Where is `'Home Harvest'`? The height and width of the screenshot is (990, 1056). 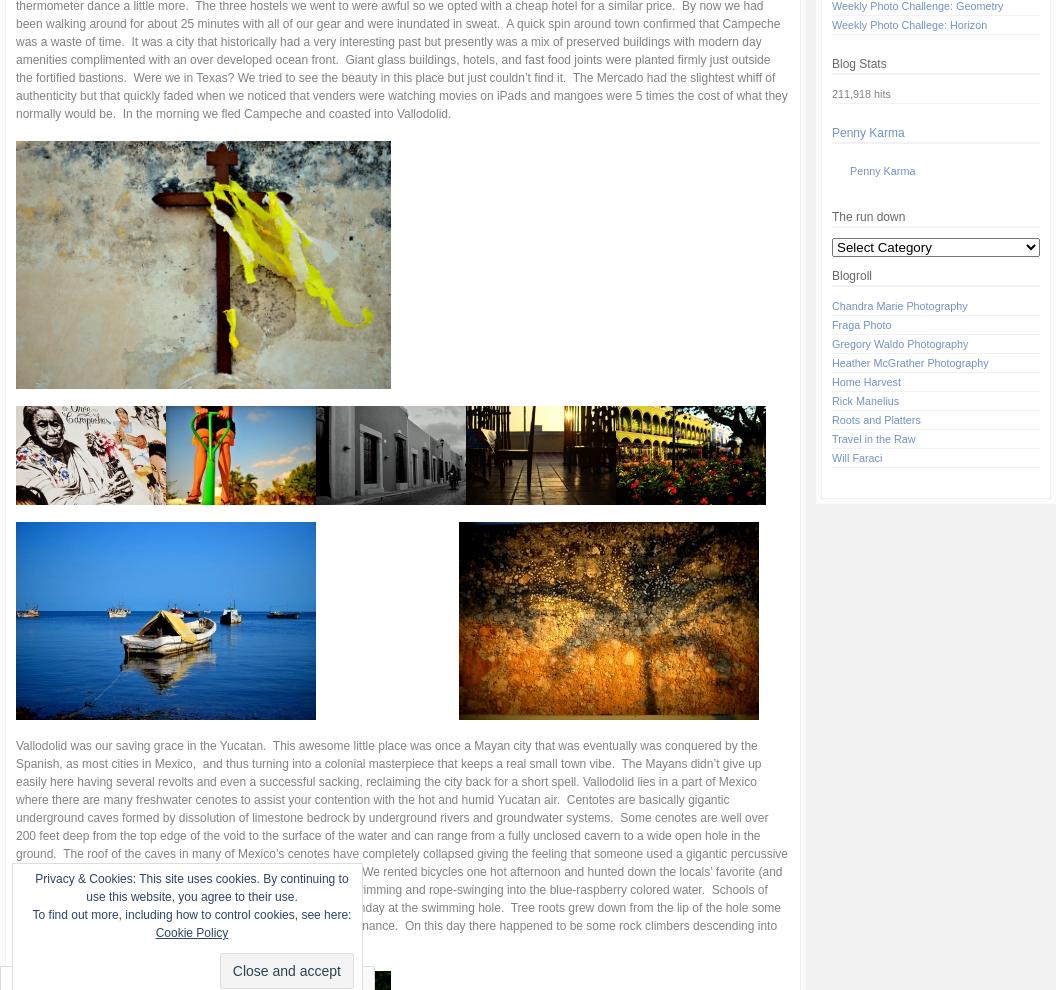 'Home Harvest' is located at coordinates (865, 382).